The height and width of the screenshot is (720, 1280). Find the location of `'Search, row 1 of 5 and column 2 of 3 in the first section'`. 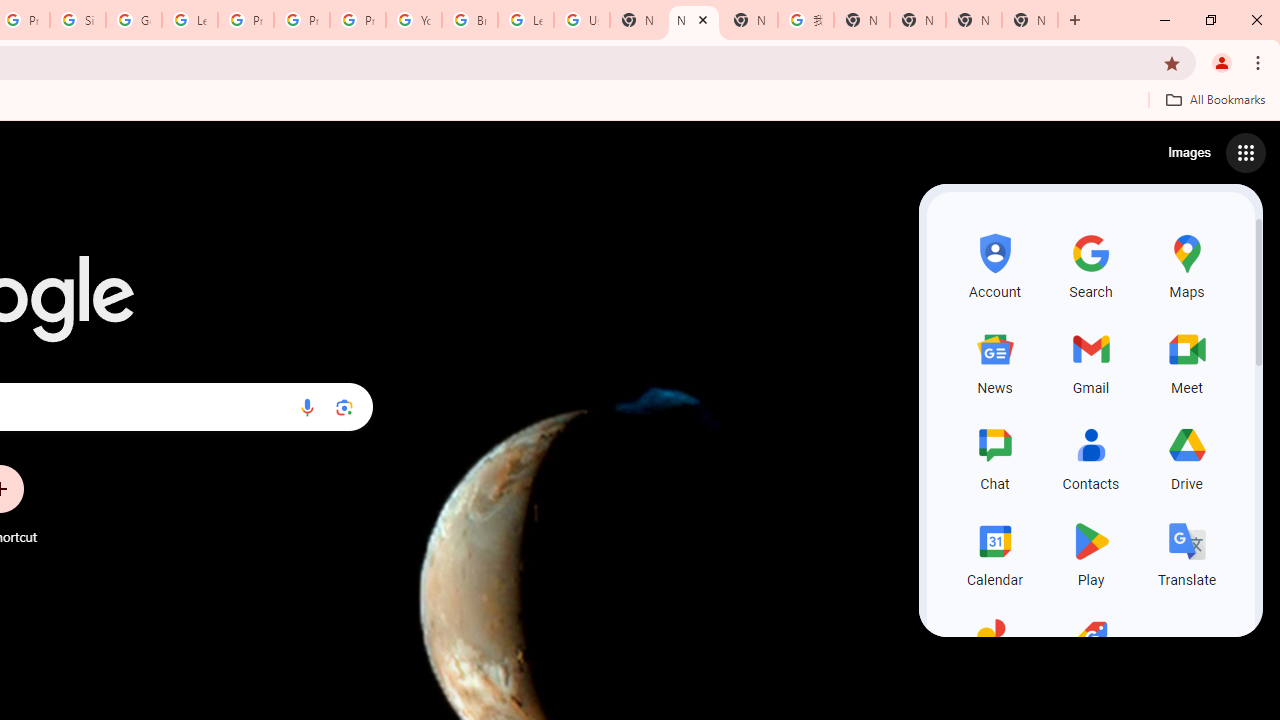

'Search, row 1 of 5 and column 2 of 3 in the first section' is located at coordinates (1090, 262).